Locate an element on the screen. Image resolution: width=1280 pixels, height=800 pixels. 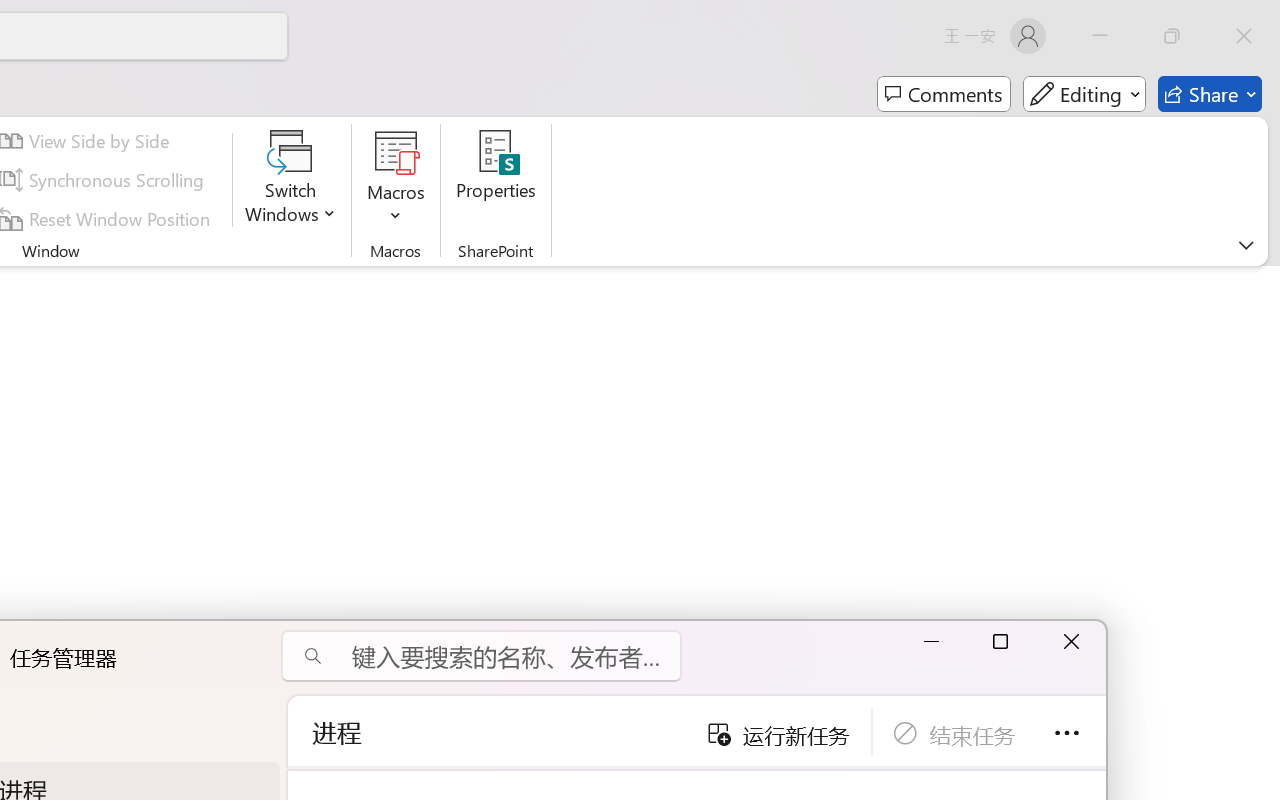
'Macros' is located at coordinates (396, 179).